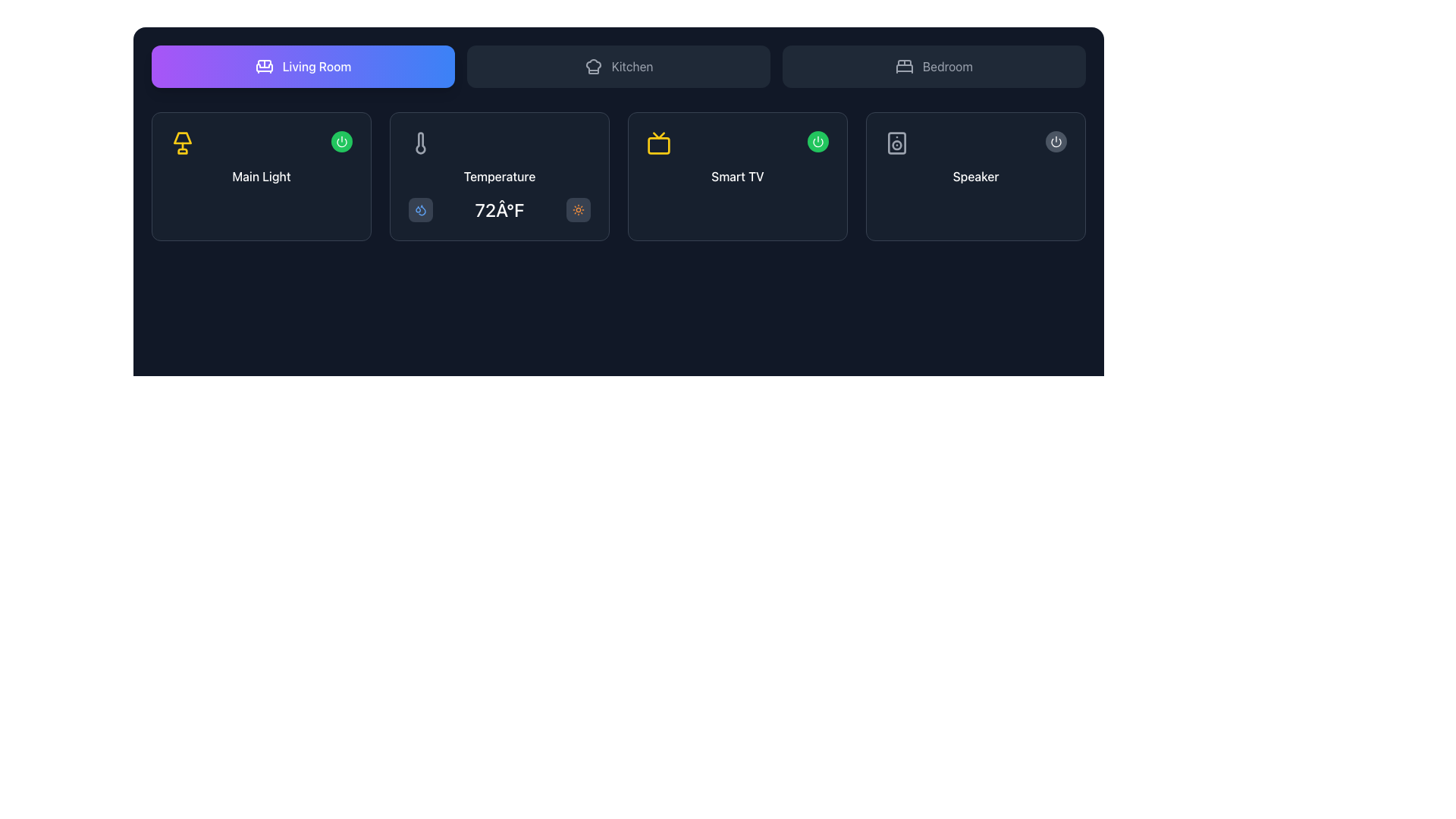 The image size is (1456, 819). Describe the element at coordinates (905, 66) in the screenshot. I see `the 'Bedroom' icon located in the top-right navigation bar, which is to the left of the 'Bedroom' text` at that location.